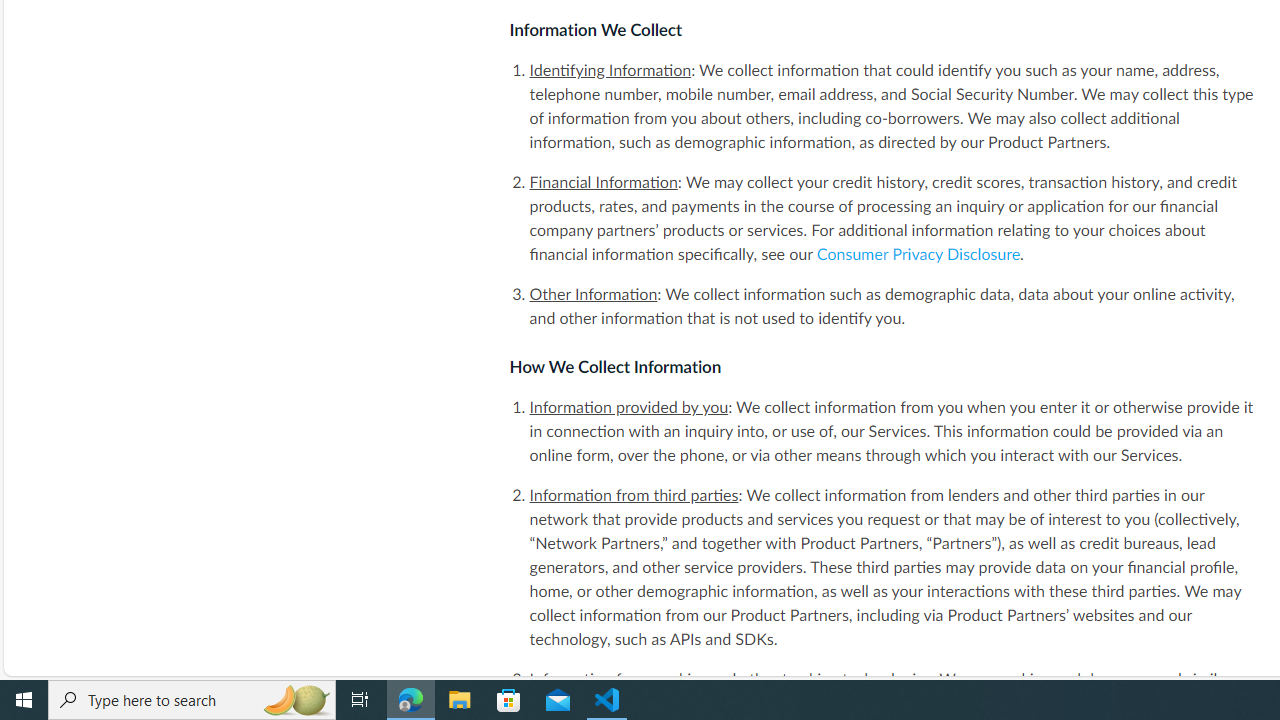  I want to click on 'Consumer Privacy Disclosure', so click(918, 253).